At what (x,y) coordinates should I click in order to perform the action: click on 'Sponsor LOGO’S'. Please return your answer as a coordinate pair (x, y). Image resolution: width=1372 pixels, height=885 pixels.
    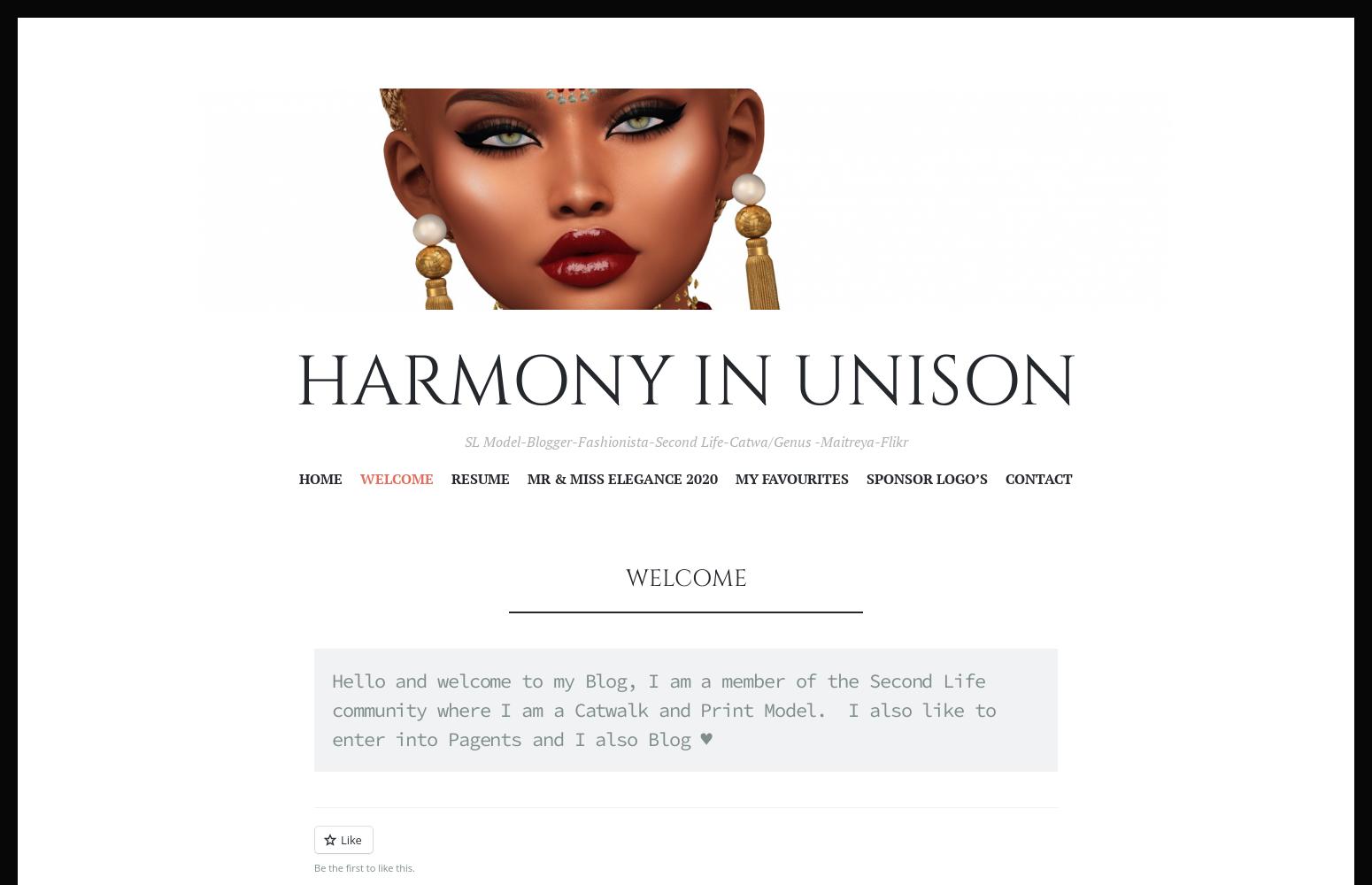
    Looking at the image, I should click on (927, 479).